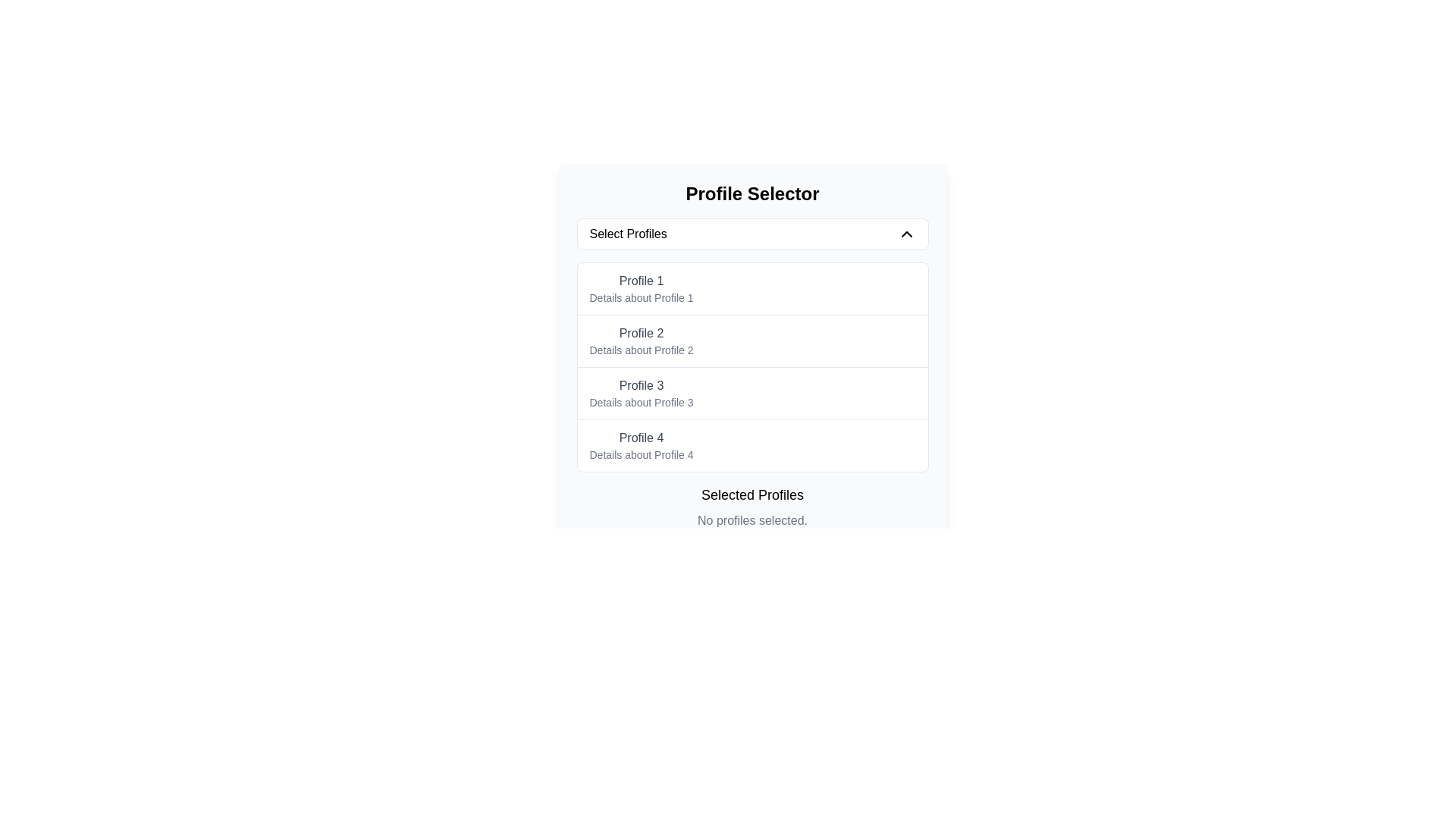 This screenshot has width=1456, height=819. Describe the element at coordinates (641, 298) in the screenshot. I see `additional information text label located under the heading 'Profile 1' in the first entry of the profiles list, which is positioned on the second line` at that location.